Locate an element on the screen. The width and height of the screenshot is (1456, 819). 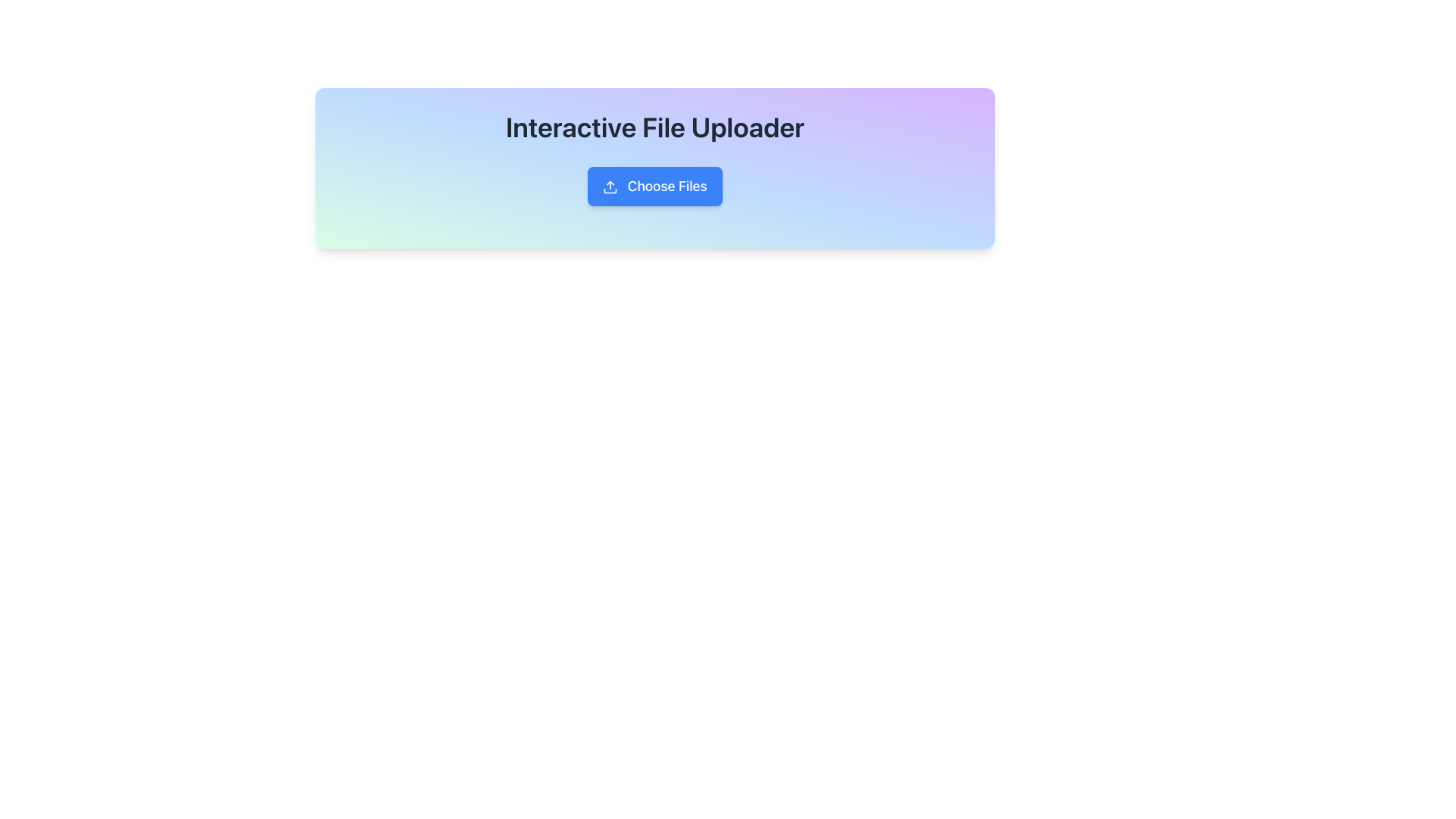
the 'upload' icon located within the 'Choose Files' button as a visual indicator is located at coordinates (610, 187).